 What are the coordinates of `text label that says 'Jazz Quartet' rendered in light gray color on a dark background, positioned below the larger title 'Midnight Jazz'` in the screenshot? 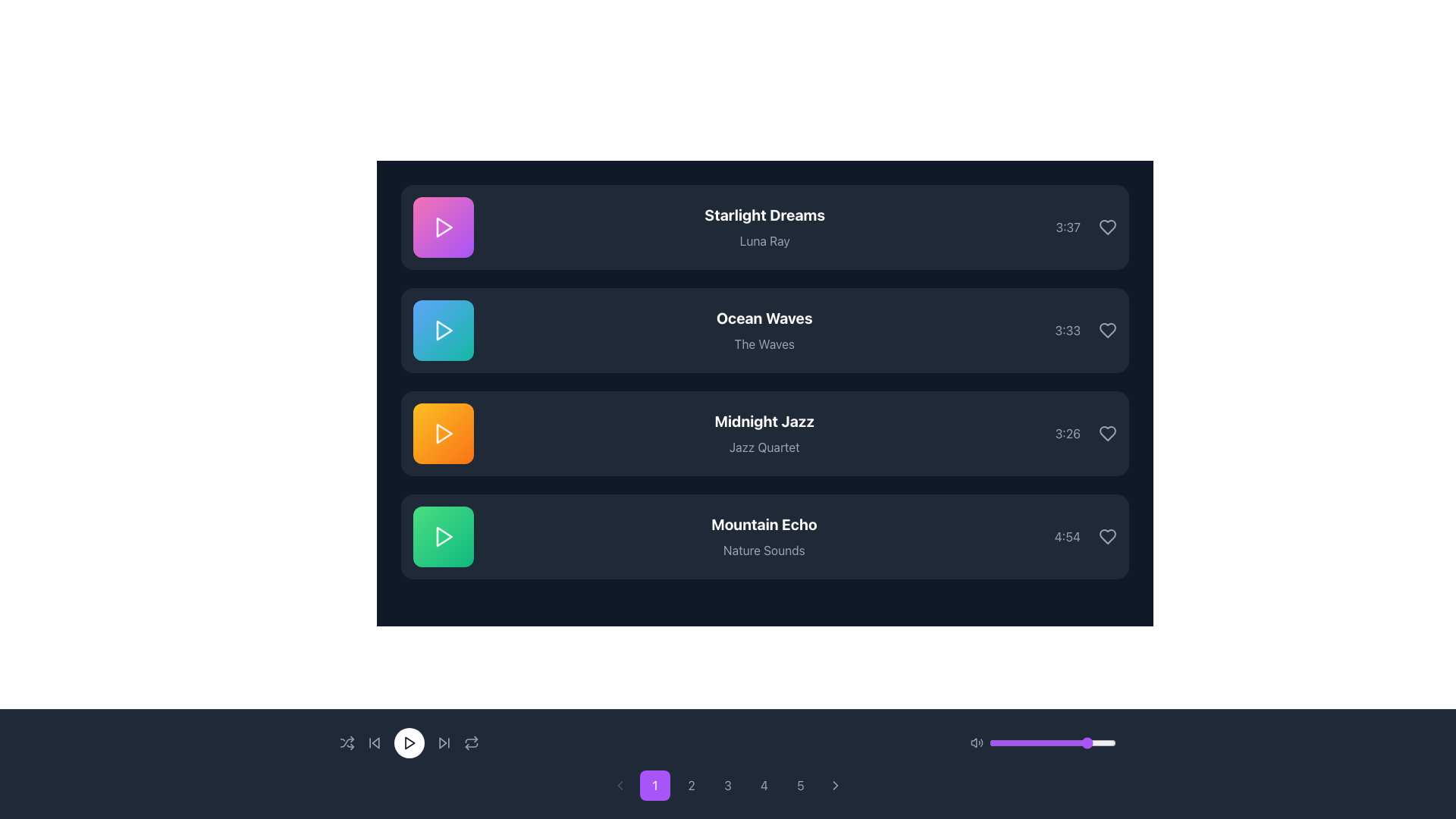 It's located at (764, 447).